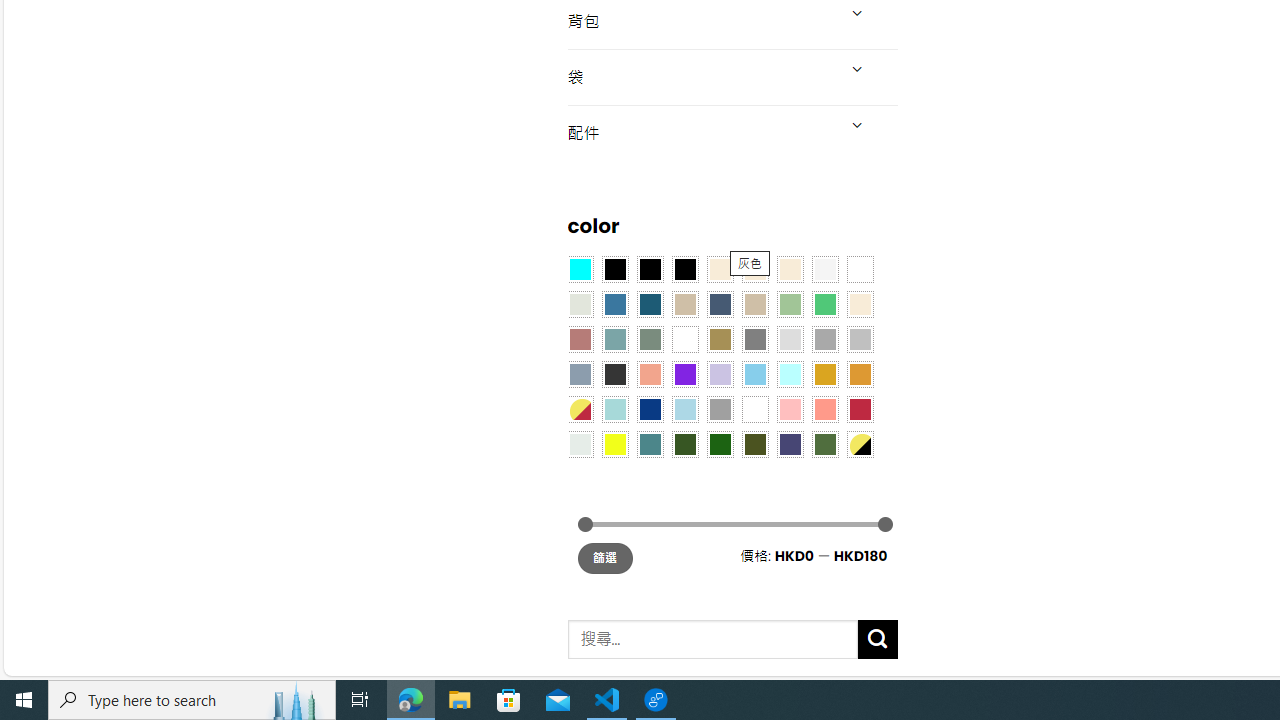  I want to click on 'Cream', so click(788, 270).